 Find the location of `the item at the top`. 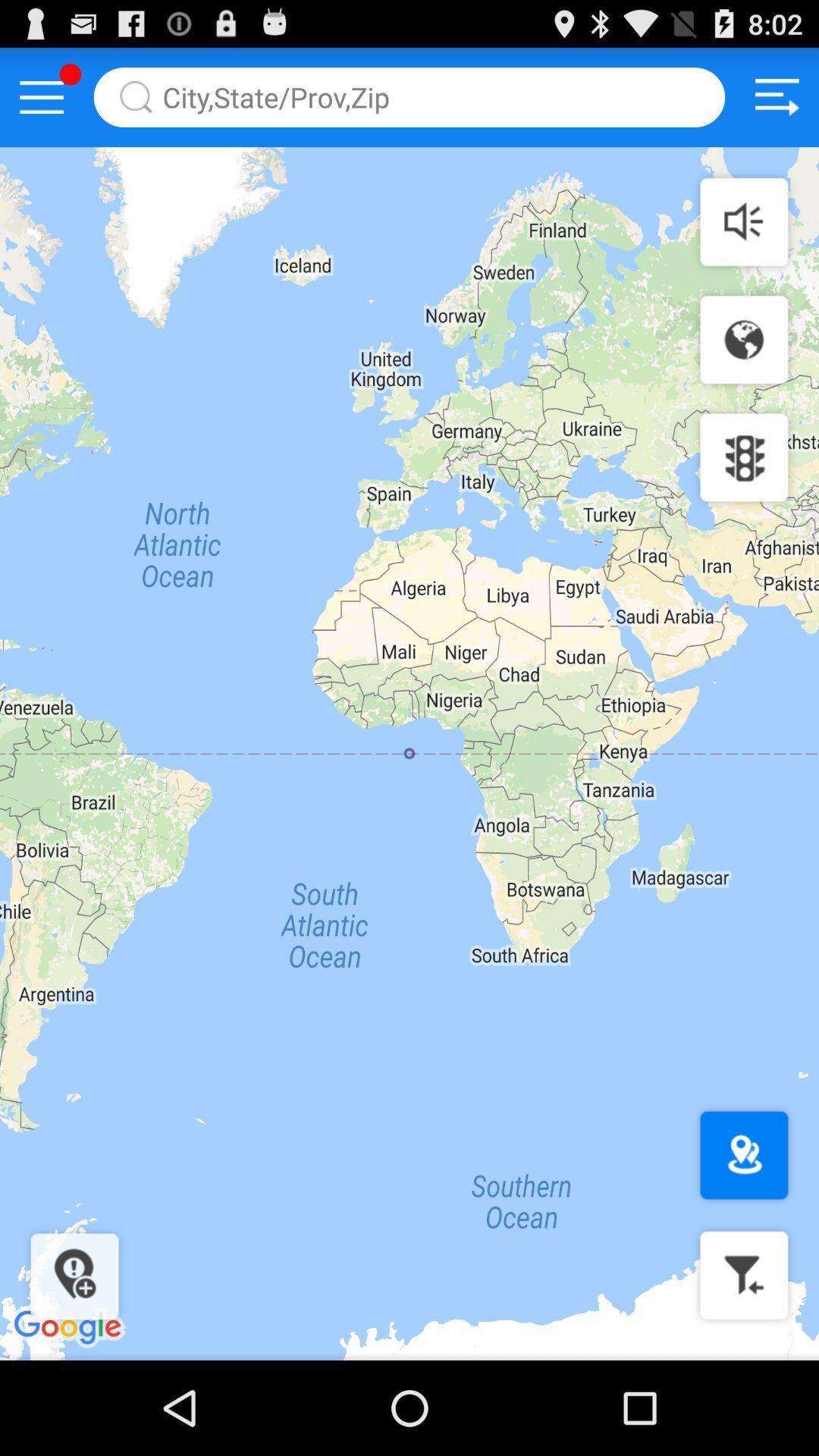

the item at the top is located at coordinates (409, 96).